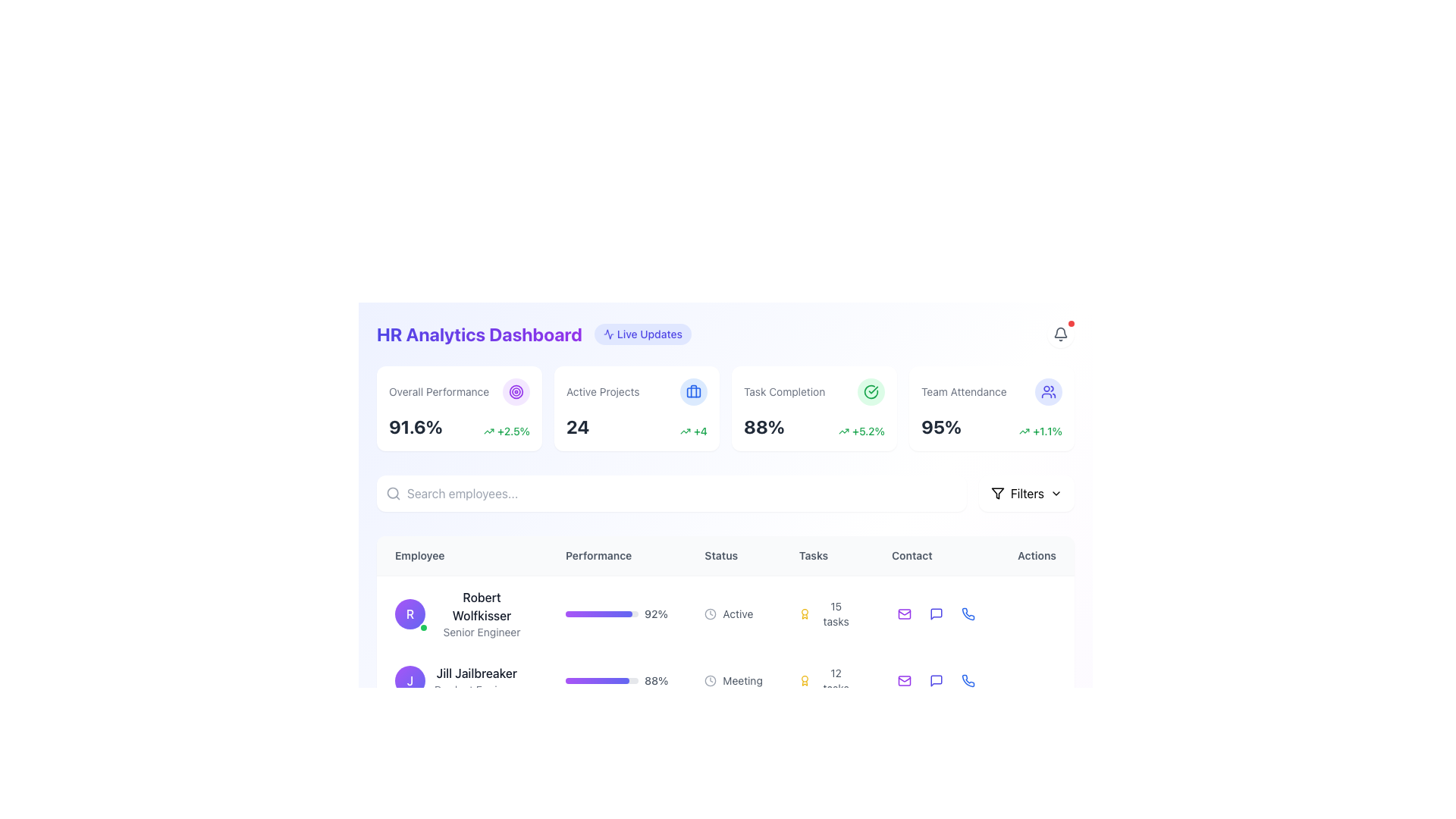  What do you see at coordinates (1059, 331) in the screenshot?
I see `the bell icon element within the notification section to interact with notifications` at bounding box center [1059, 331].